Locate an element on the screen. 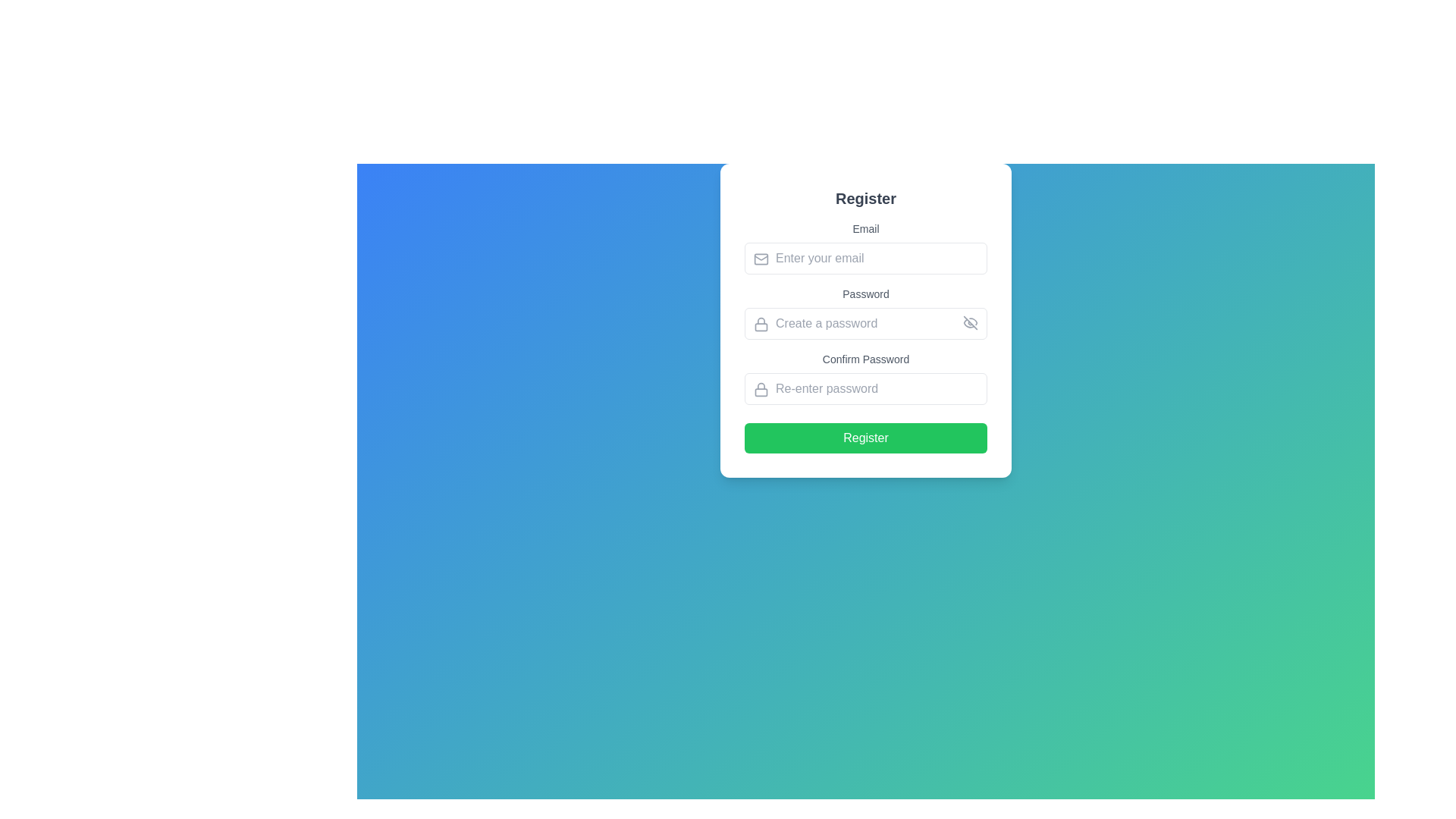 This screenshot has width=1456, height=819. the 'Re-enter password' input field to focus on it is located at coordinates (866, 388).